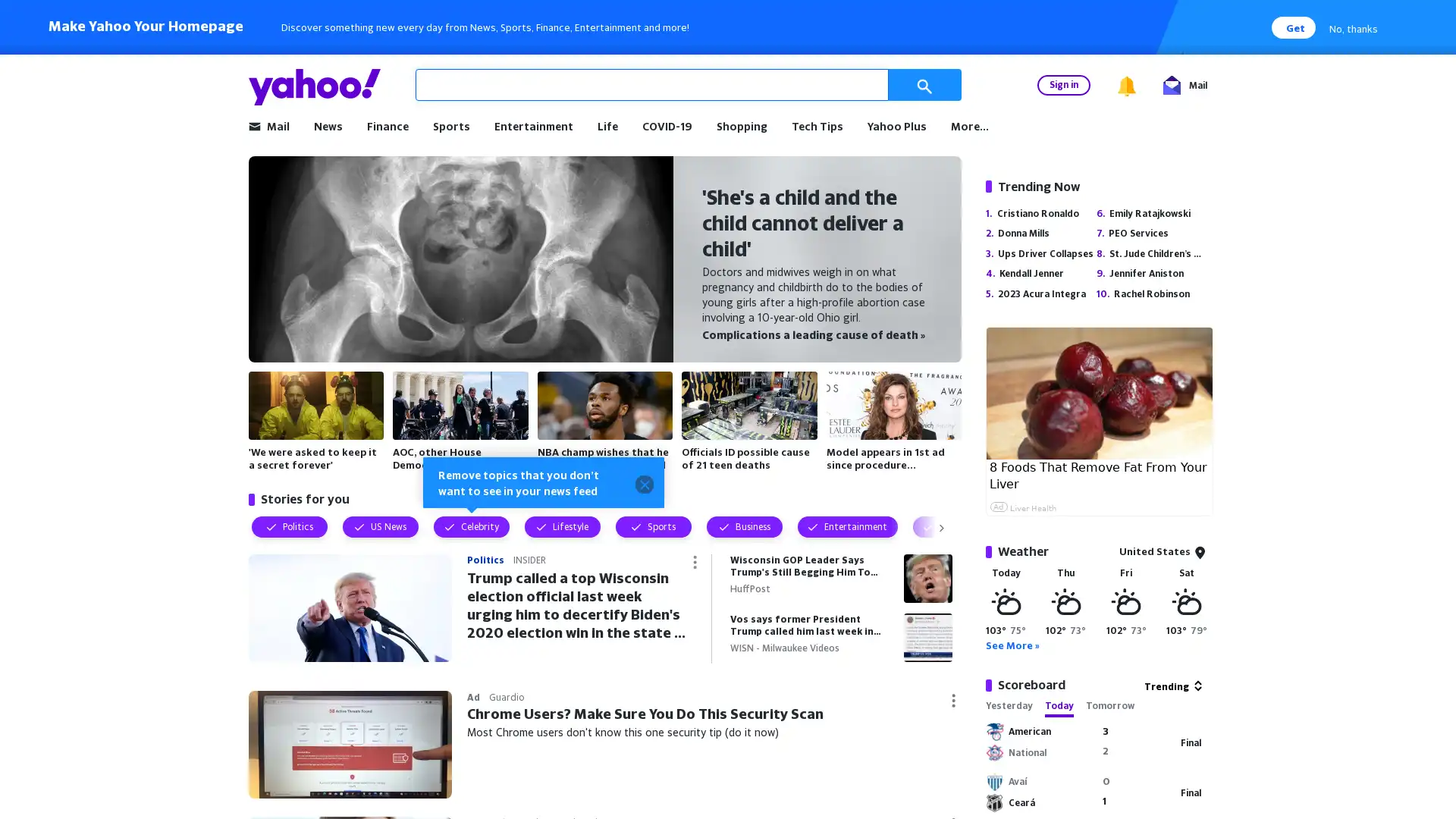 This screenshot has width=1456, height=819. What do you see at coordinates (924, 84) in the screenshot?
I see `Search` at bounding box center [924, 84].